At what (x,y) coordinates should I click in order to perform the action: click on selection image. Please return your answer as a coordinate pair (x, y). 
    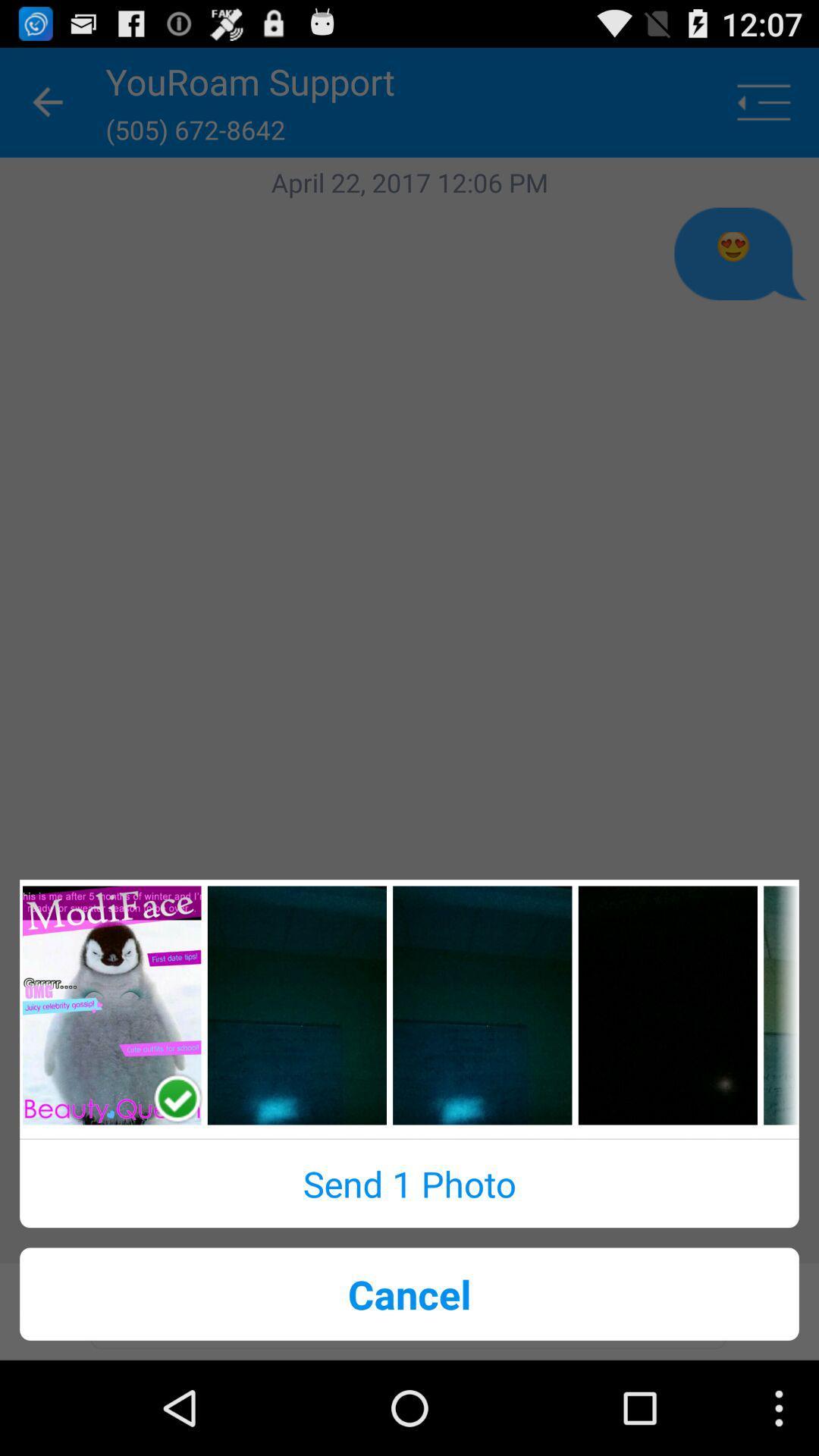
    Looking at the image, I should click on (482, 1005).